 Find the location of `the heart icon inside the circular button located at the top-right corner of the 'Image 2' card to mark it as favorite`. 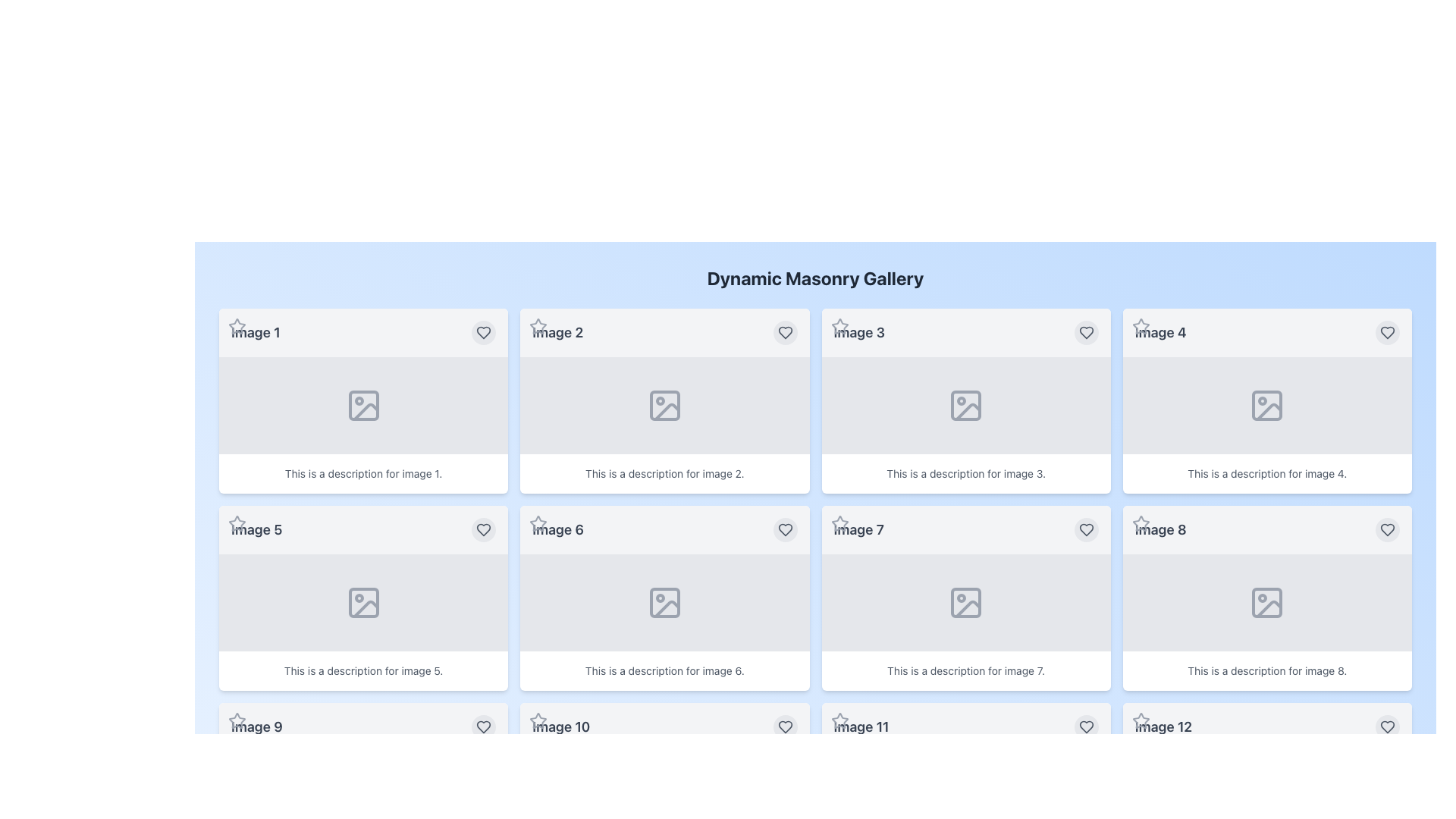

the heart icon inside the circular button located at the top-right corner of the 'Image 2' card to mark it as favorite is located at coordinates (785, 332).